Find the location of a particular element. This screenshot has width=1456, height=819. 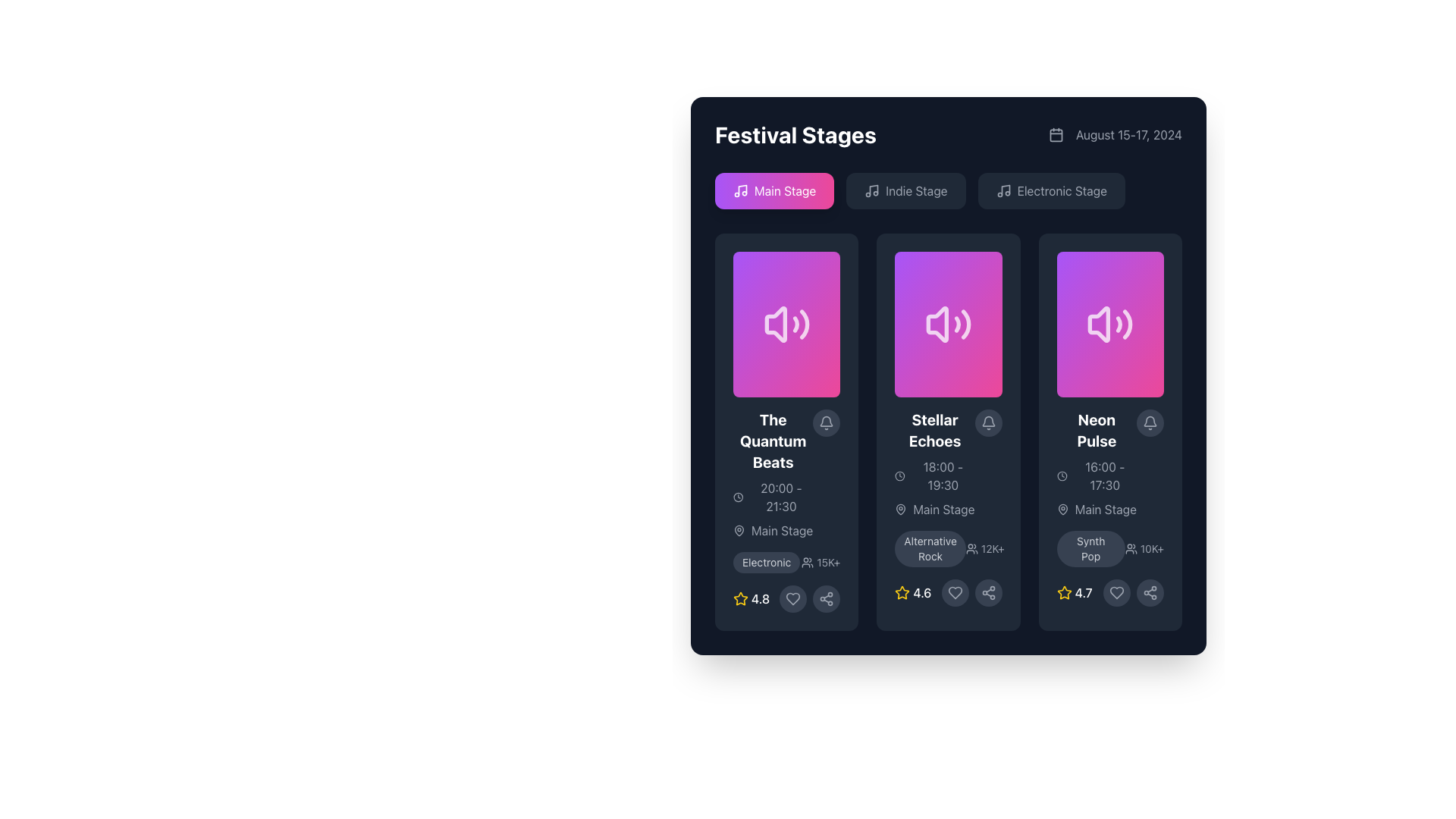

the Text element with an icon displaying the number of attendees for the event 'Neon Pulse', located to the right of the 'Synth Pop' genre label is located at coordinates (1144, 549).